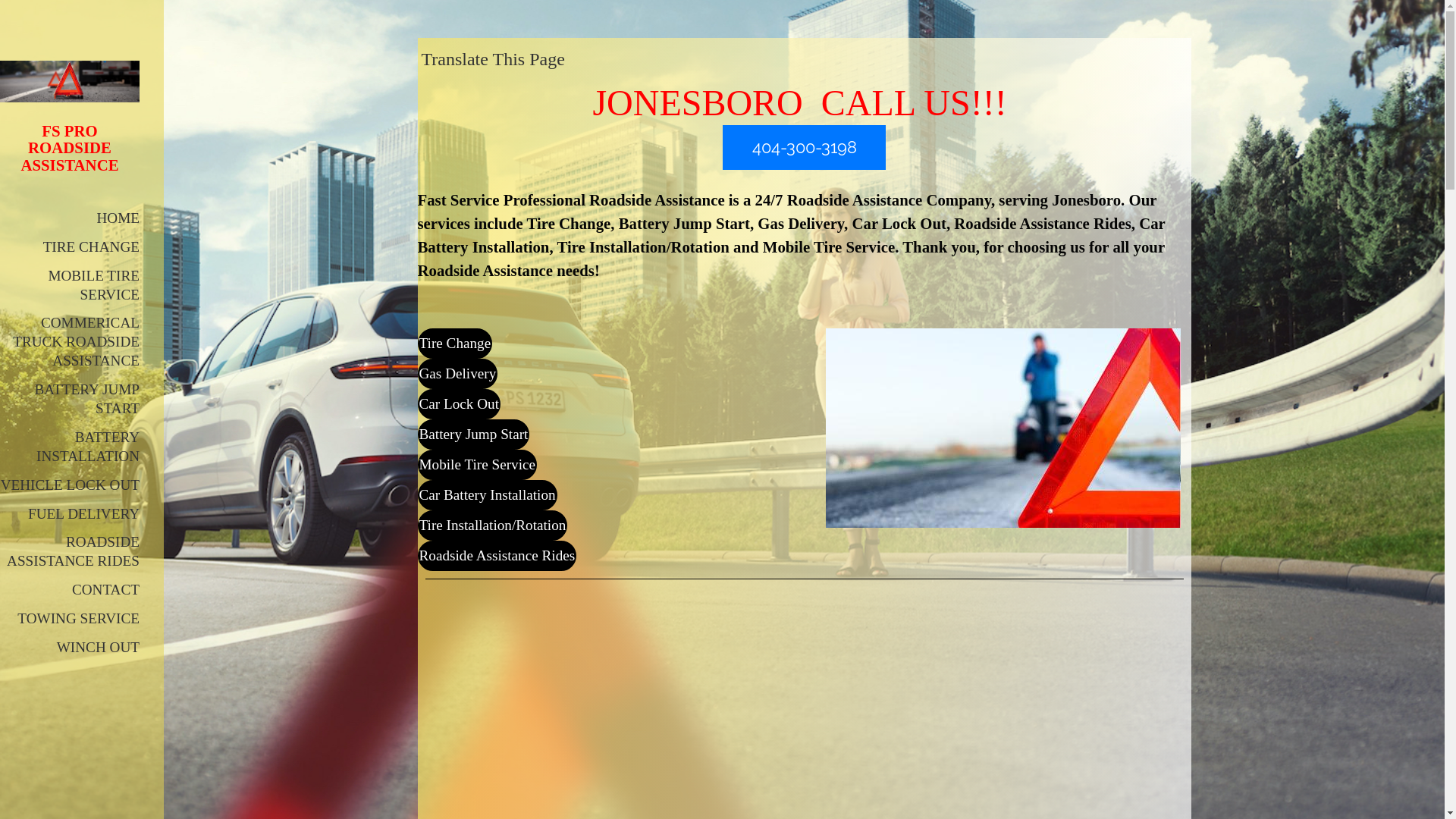  I want to click on 'HOME', so click(118, 218).